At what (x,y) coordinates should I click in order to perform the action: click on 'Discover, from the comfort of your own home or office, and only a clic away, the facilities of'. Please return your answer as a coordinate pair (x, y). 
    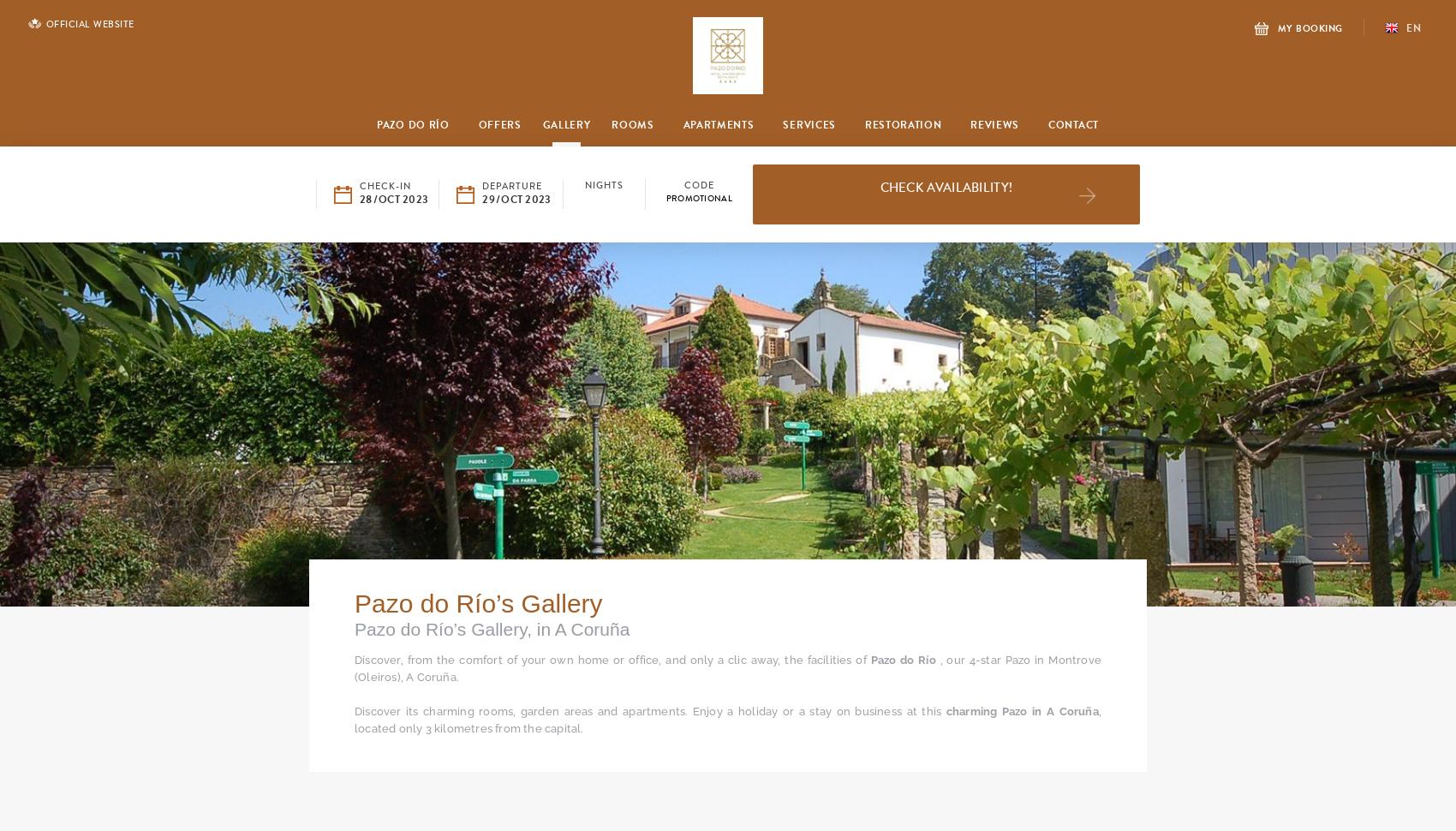
    Looking at the image, I should click on (612, 659).